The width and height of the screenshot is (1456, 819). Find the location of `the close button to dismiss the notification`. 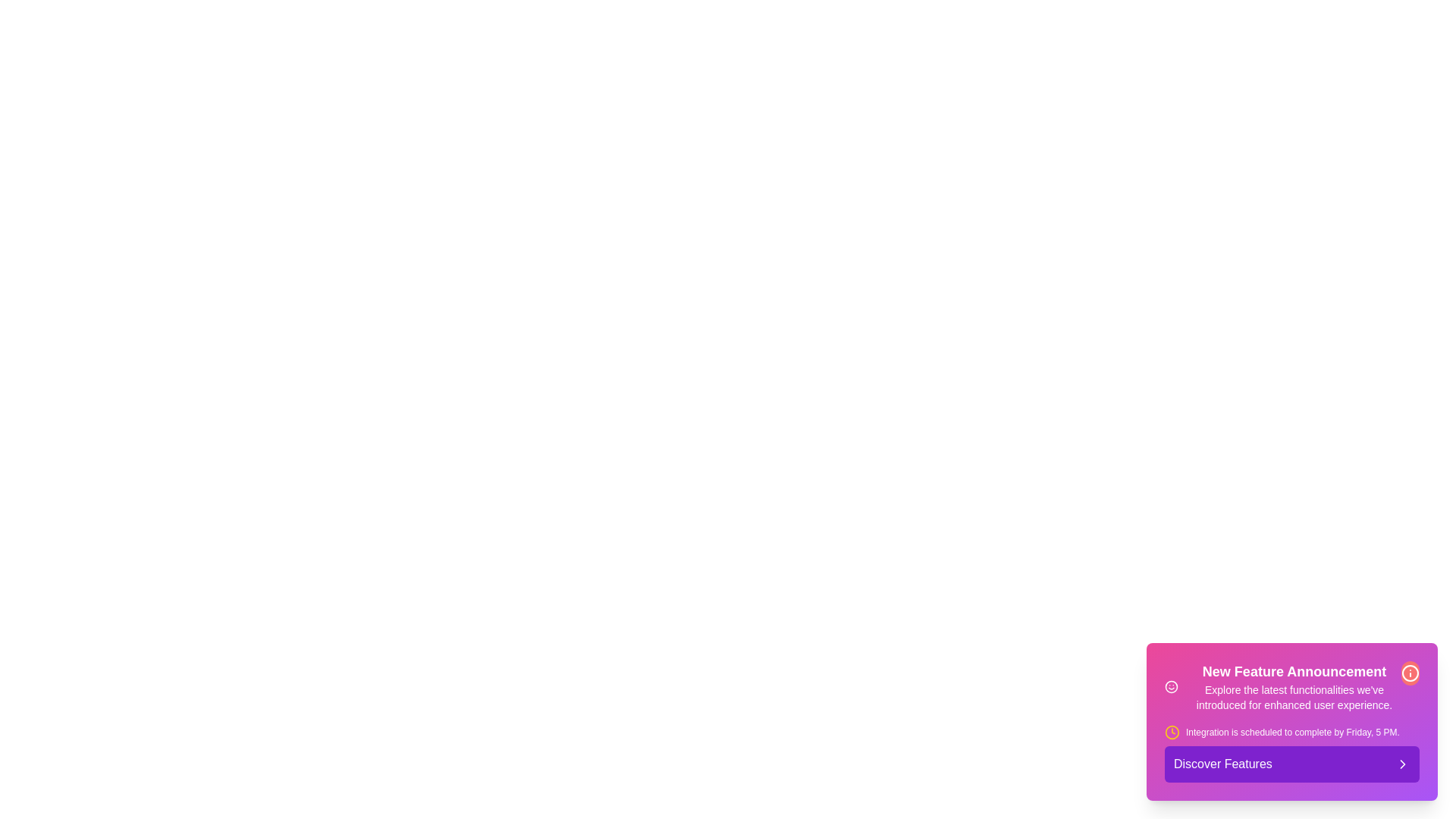

the close button to dismiss the notification is located at coordinates (1410, 672).